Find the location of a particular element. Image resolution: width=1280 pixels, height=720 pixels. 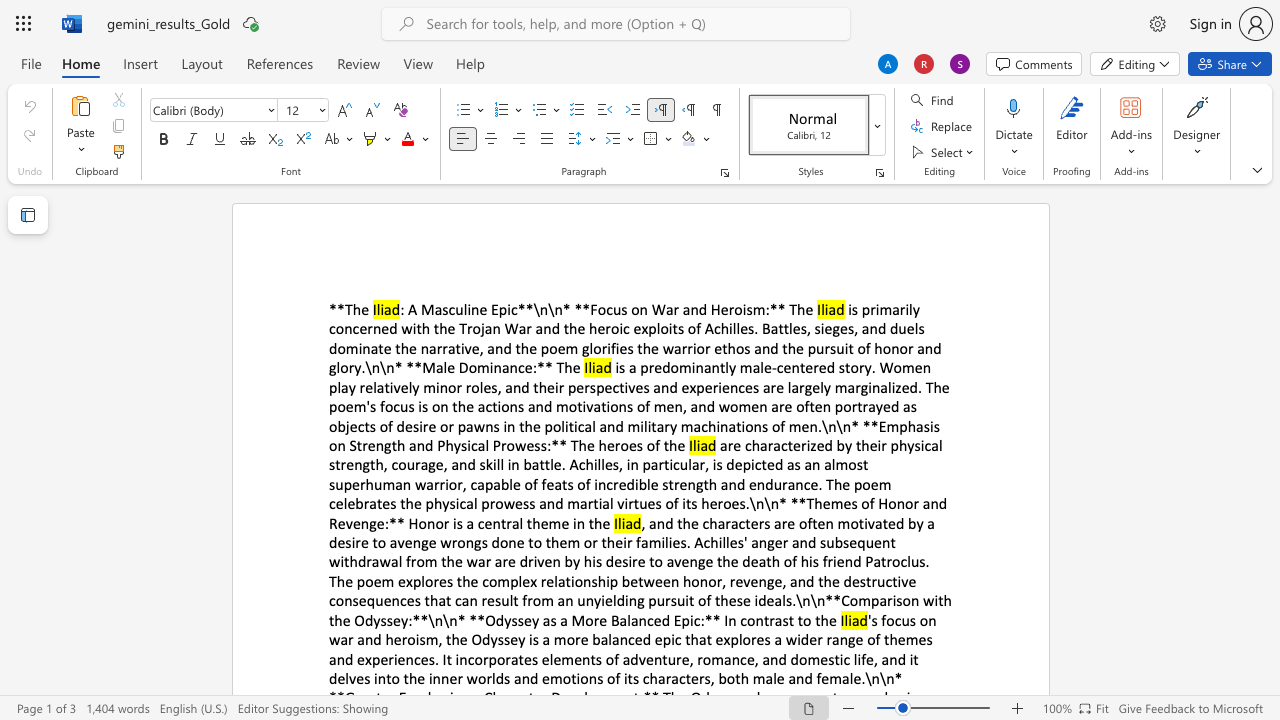

the 7th character "s" in the text is located at coordinates (859, 464).